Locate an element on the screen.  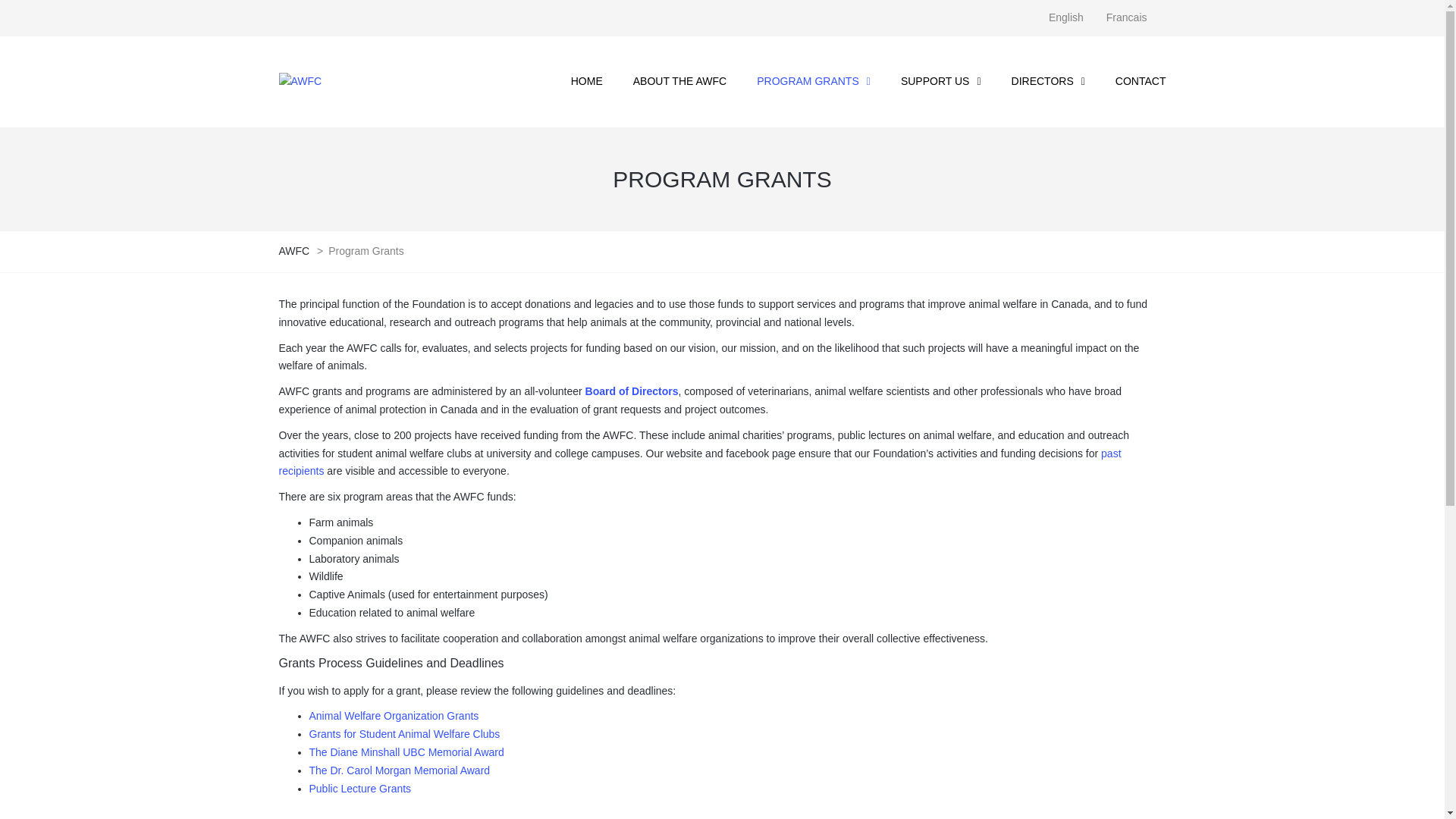
'HOME' is located at coordinates (555, 82).